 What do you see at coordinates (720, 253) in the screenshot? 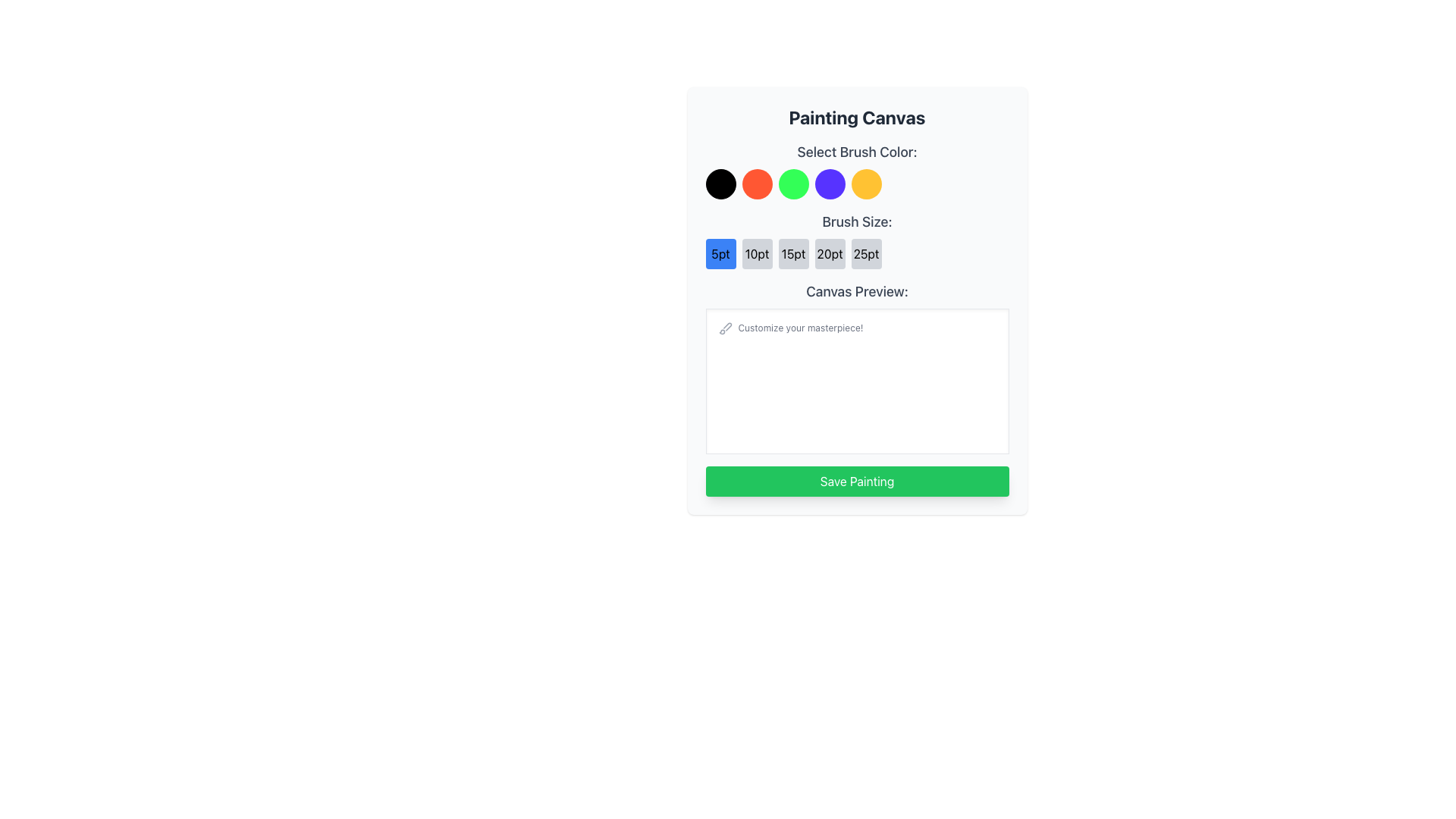
I see `the brush size button labeled '5pt'` at bounding box center [720, 253].